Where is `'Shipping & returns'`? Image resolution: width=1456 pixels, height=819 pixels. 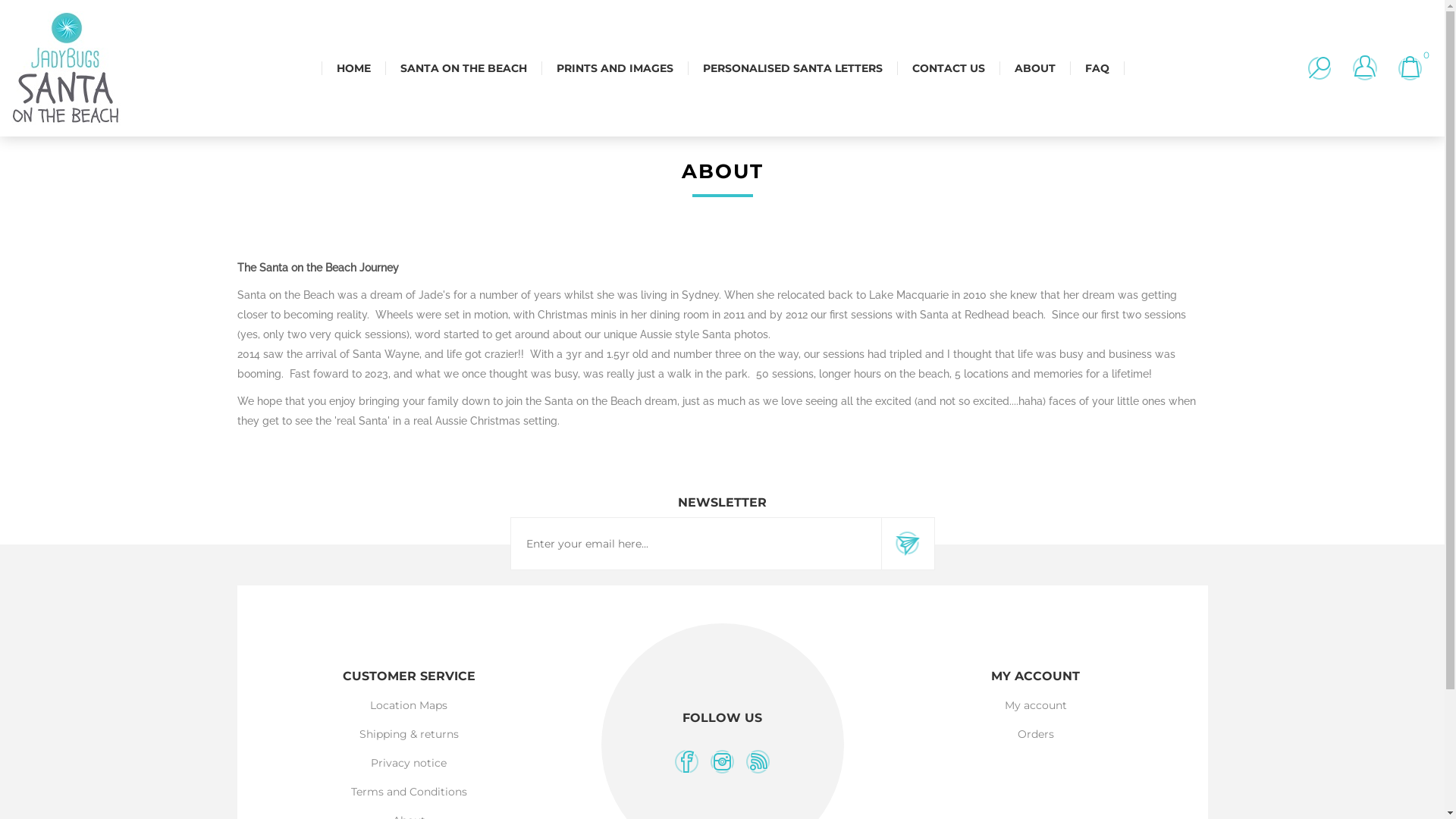 'Shipping & returns' is located at coordinates (409, 733).